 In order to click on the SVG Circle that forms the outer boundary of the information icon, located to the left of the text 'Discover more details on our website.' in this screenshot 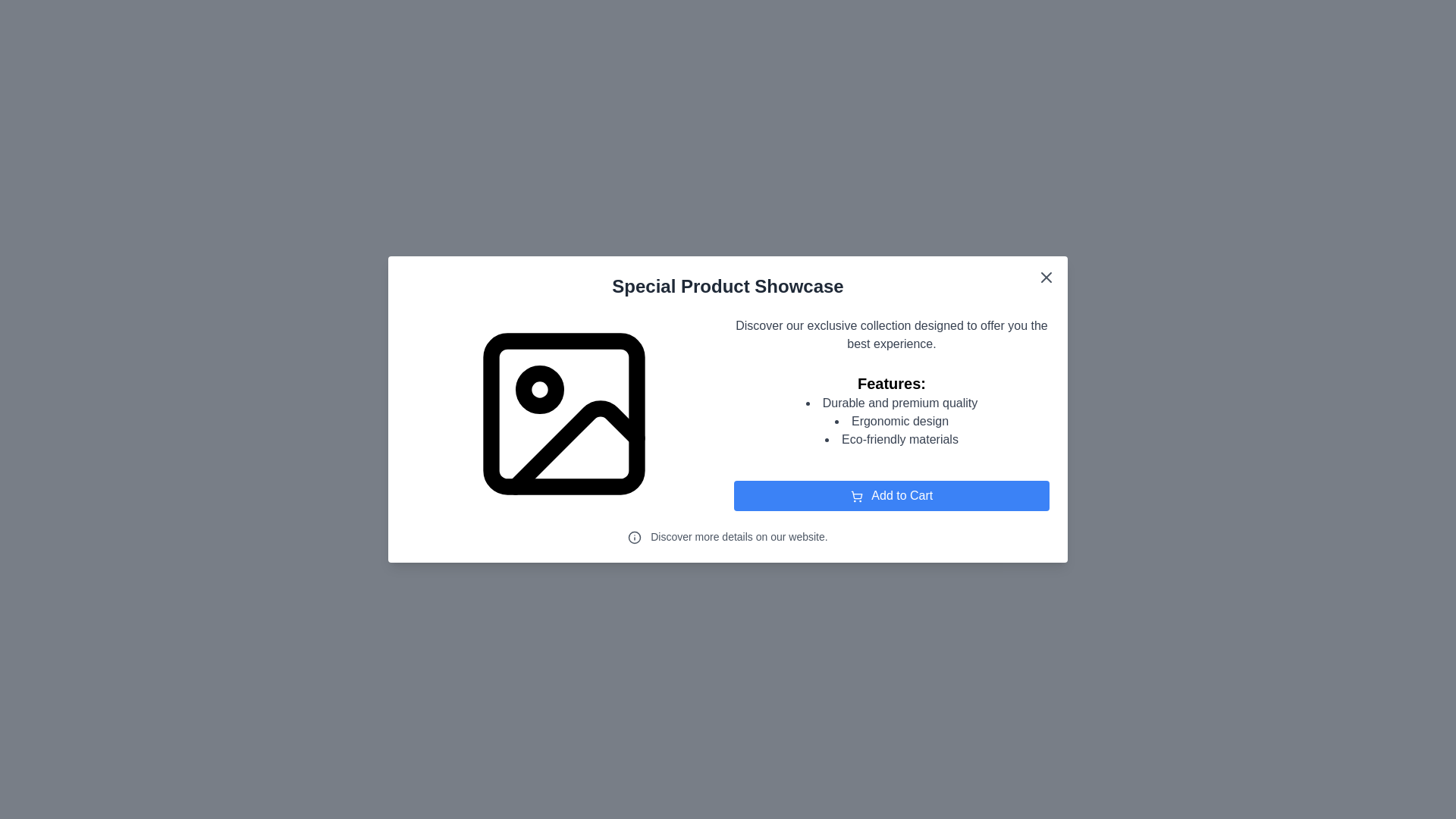, I will do `click(635, 537)`.